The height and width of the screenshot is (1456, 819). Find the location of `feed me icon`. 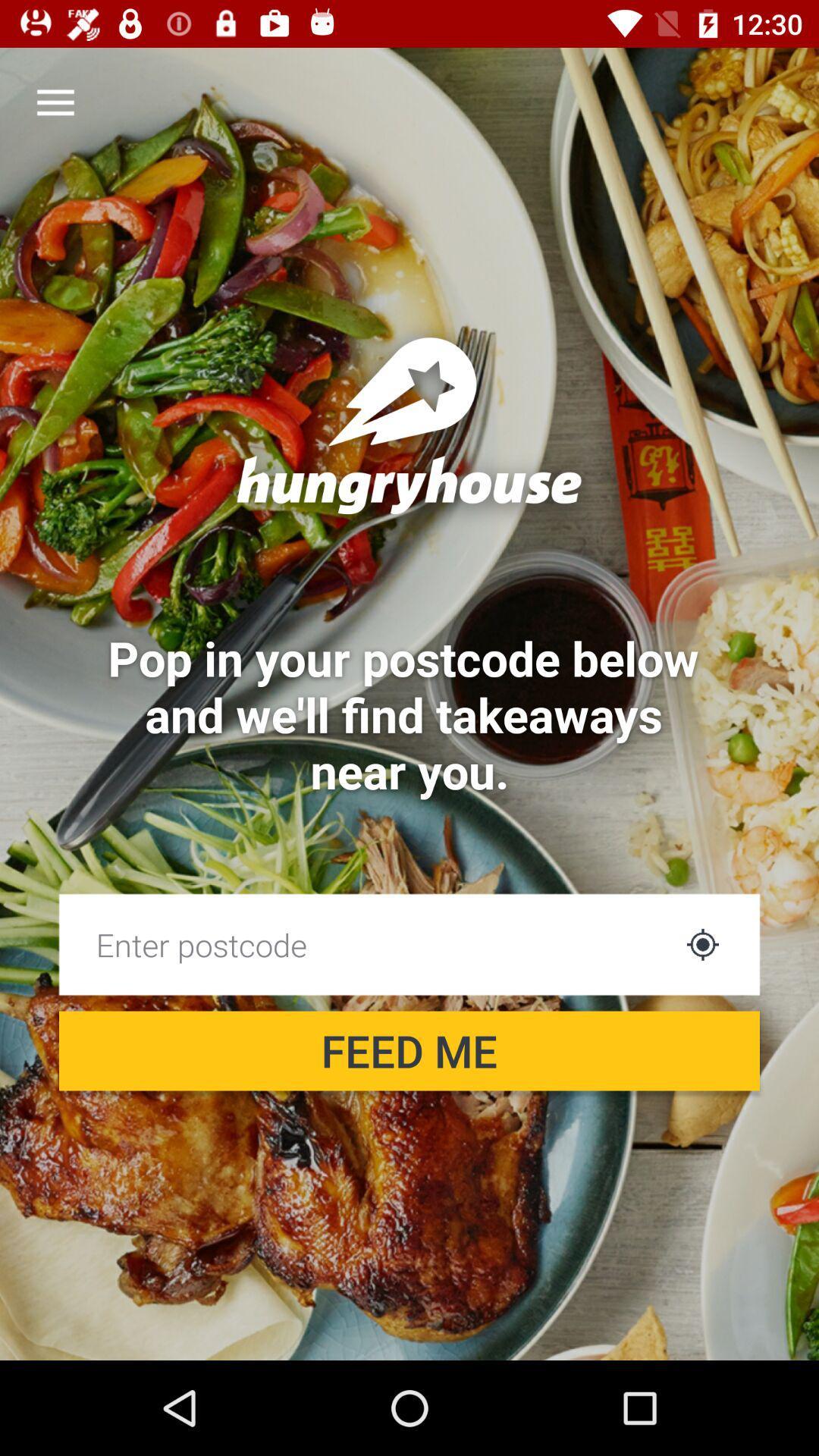

feed me icon is located at coordinates (409, 1050).